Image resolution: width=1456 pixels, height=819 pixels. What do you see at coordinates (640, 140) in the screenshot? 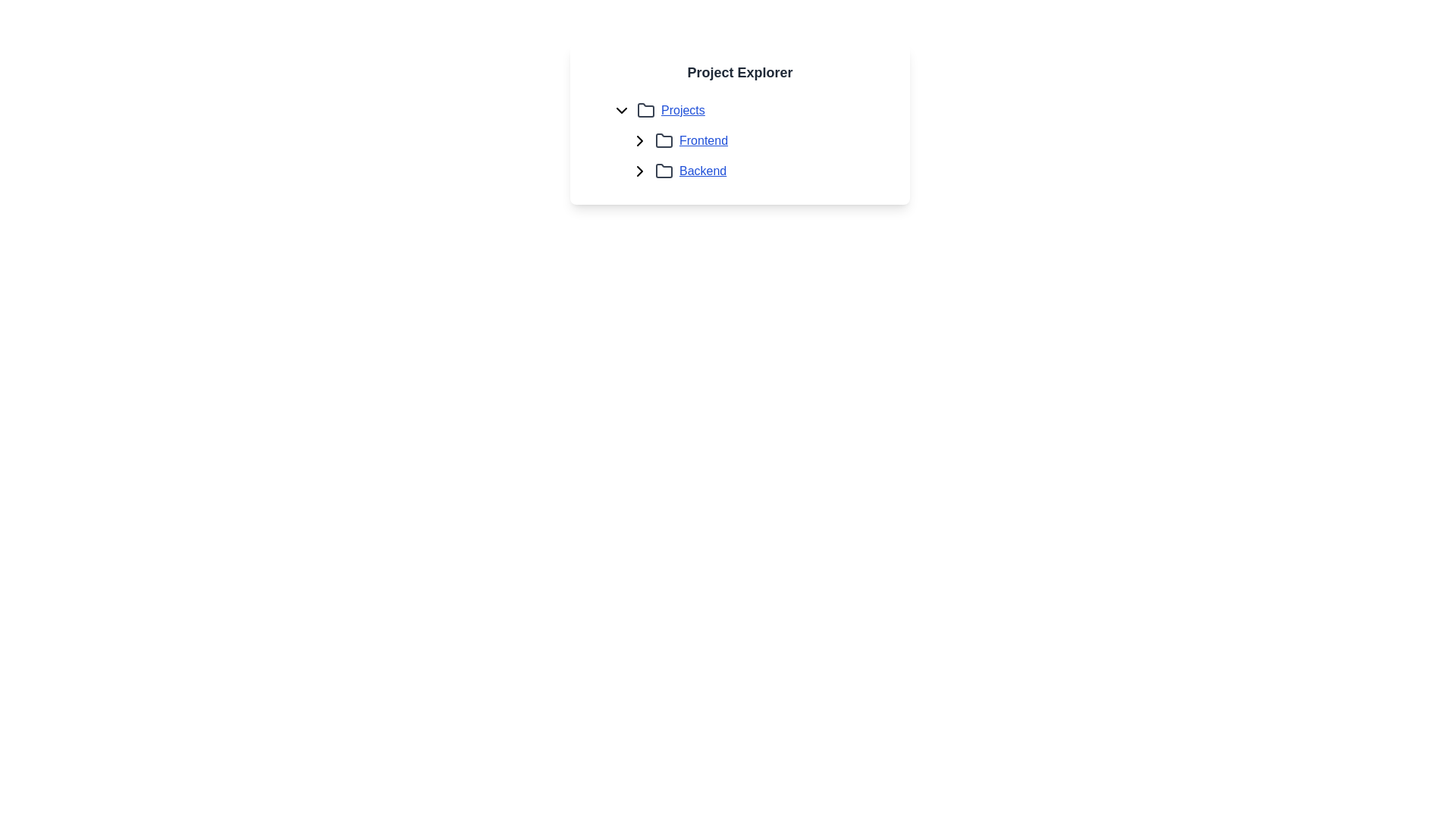
I see `the right-pointing arrow icon` at bounding box center [640, 140].